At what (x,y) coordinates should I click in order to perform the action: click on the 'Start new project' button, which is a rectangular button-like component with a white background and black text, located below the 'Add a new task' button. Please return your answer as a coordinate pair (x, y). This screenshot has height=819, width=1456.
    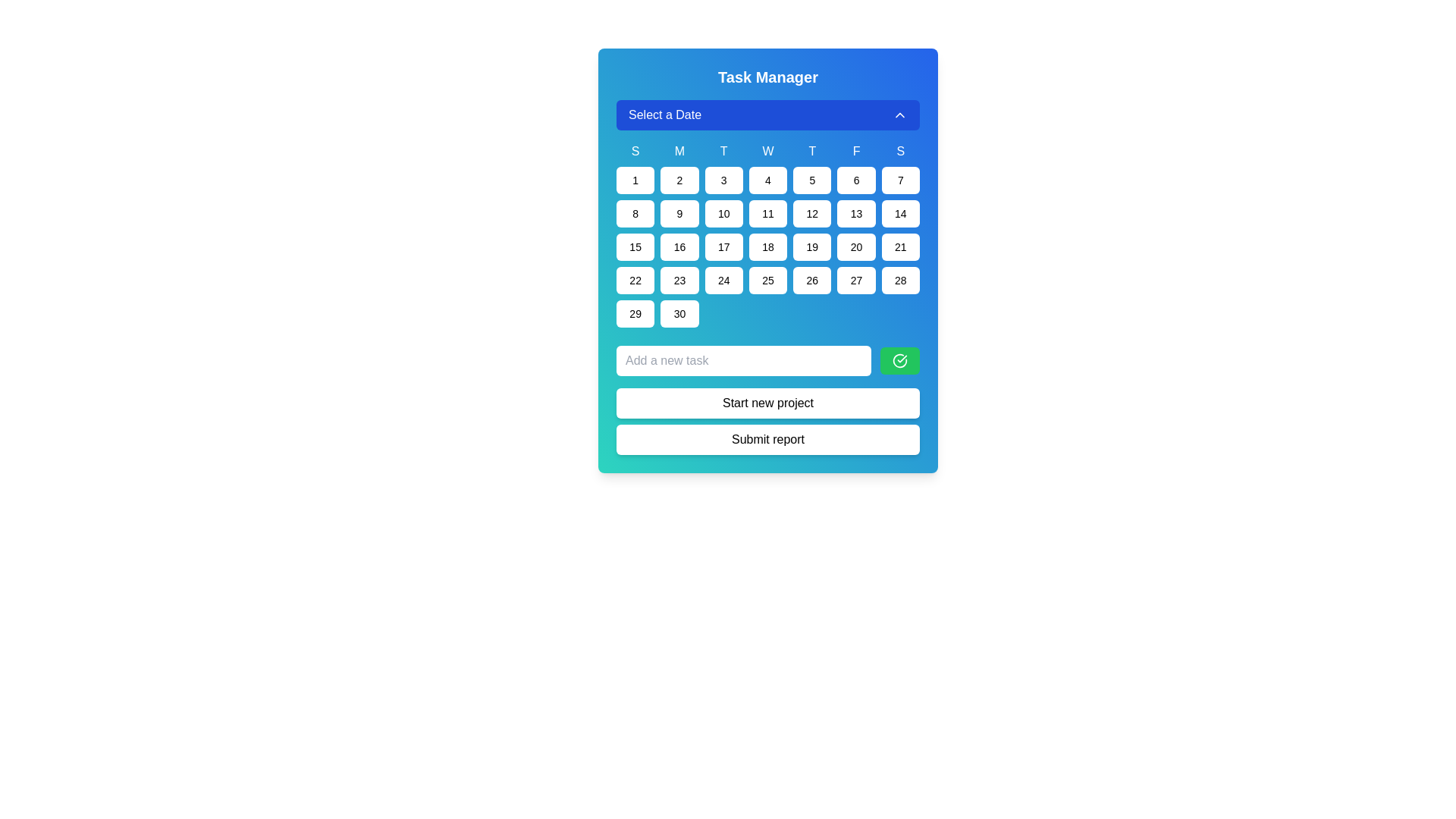
    Looking at the image, I should click on (767, 400).